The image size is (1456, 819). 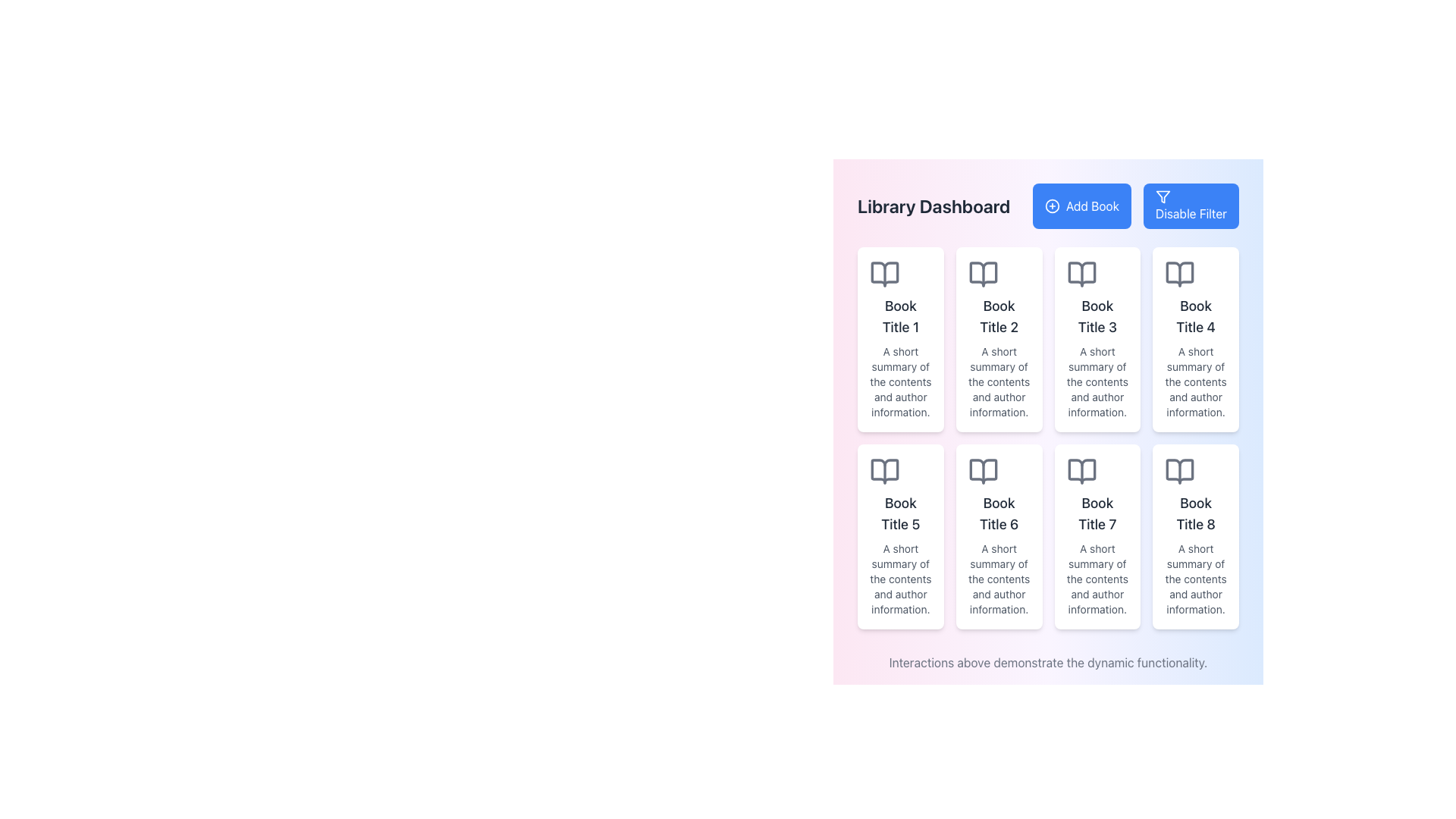 What do you see at coordinates (1179, 470) in the screenshot?
I see `the decorative book icon representing 'Book Title 8', which is located at the top of the card` at bounding box center [1179, 470].